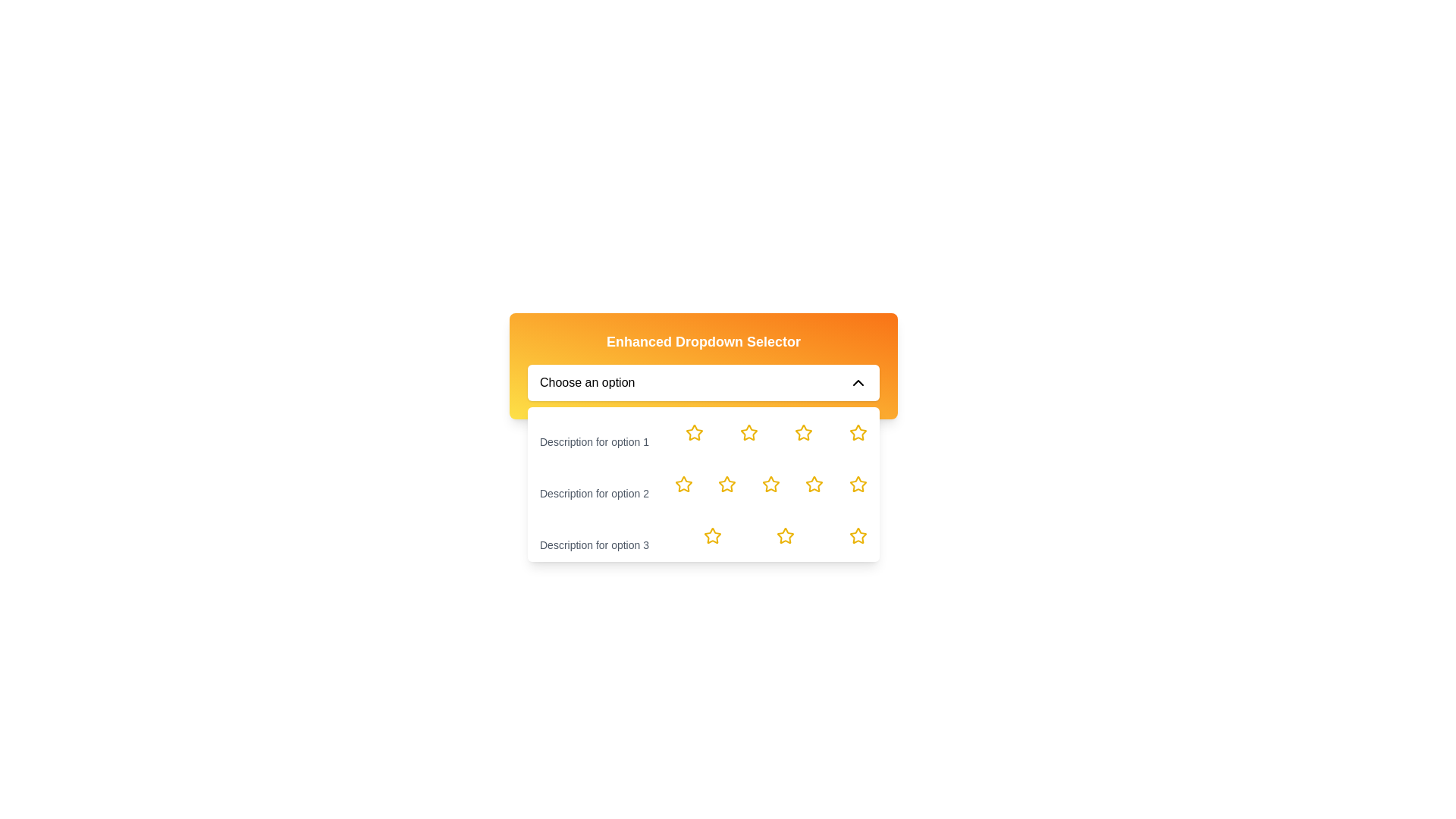 Image resolution: width=1456 pixels, height=819 pixels. I want to click on the second option in the dropdown menu labeled 'Choose an option', which is visually styled with a white background and rounded corners, and displays multiple star icons for ratings, so click(702, 485).